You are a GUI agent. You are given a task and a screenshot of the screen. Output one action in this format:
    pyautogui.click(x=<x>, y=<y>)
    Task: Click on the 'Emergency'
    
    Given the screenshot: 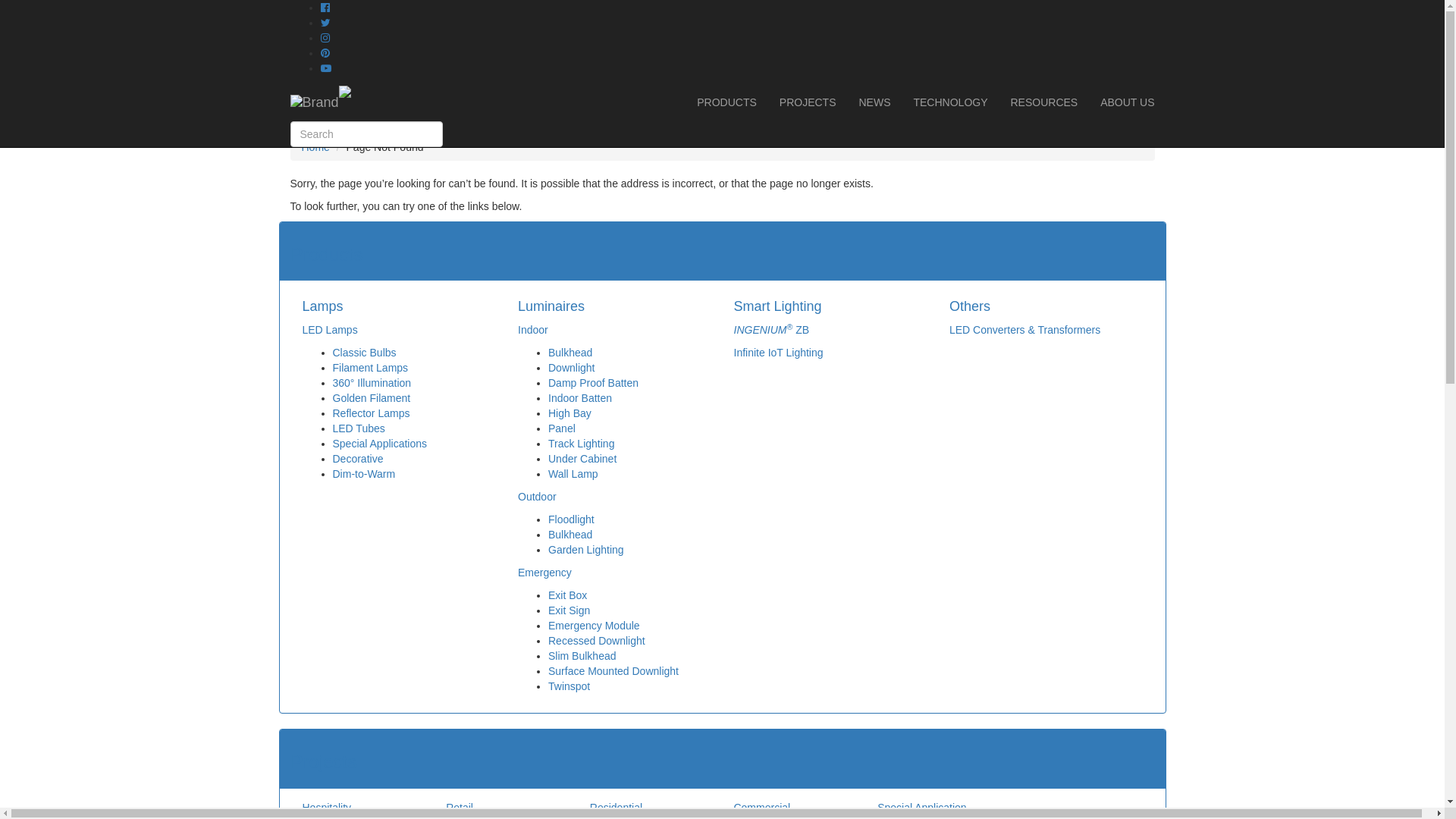 What is the action you would take?
    pyautogui.click(x=544, y=573)
    